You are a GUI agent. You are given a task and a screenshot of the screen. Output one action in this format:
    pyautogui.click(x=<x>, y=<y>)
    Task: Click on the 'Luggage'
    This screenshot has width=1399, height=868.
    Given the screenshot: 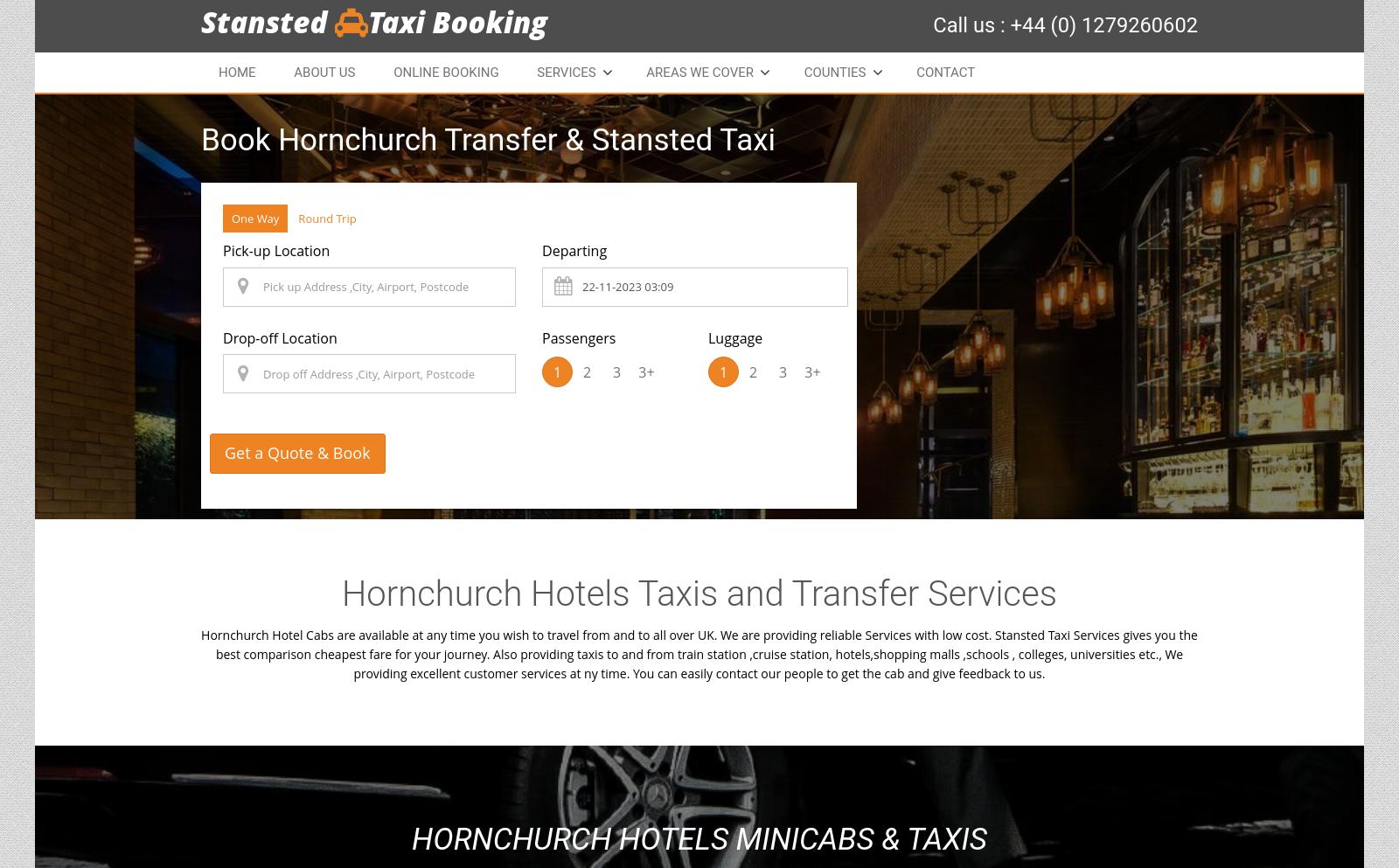 What is the action you would take?
    pyautogui.click(x=734, y=336)
    